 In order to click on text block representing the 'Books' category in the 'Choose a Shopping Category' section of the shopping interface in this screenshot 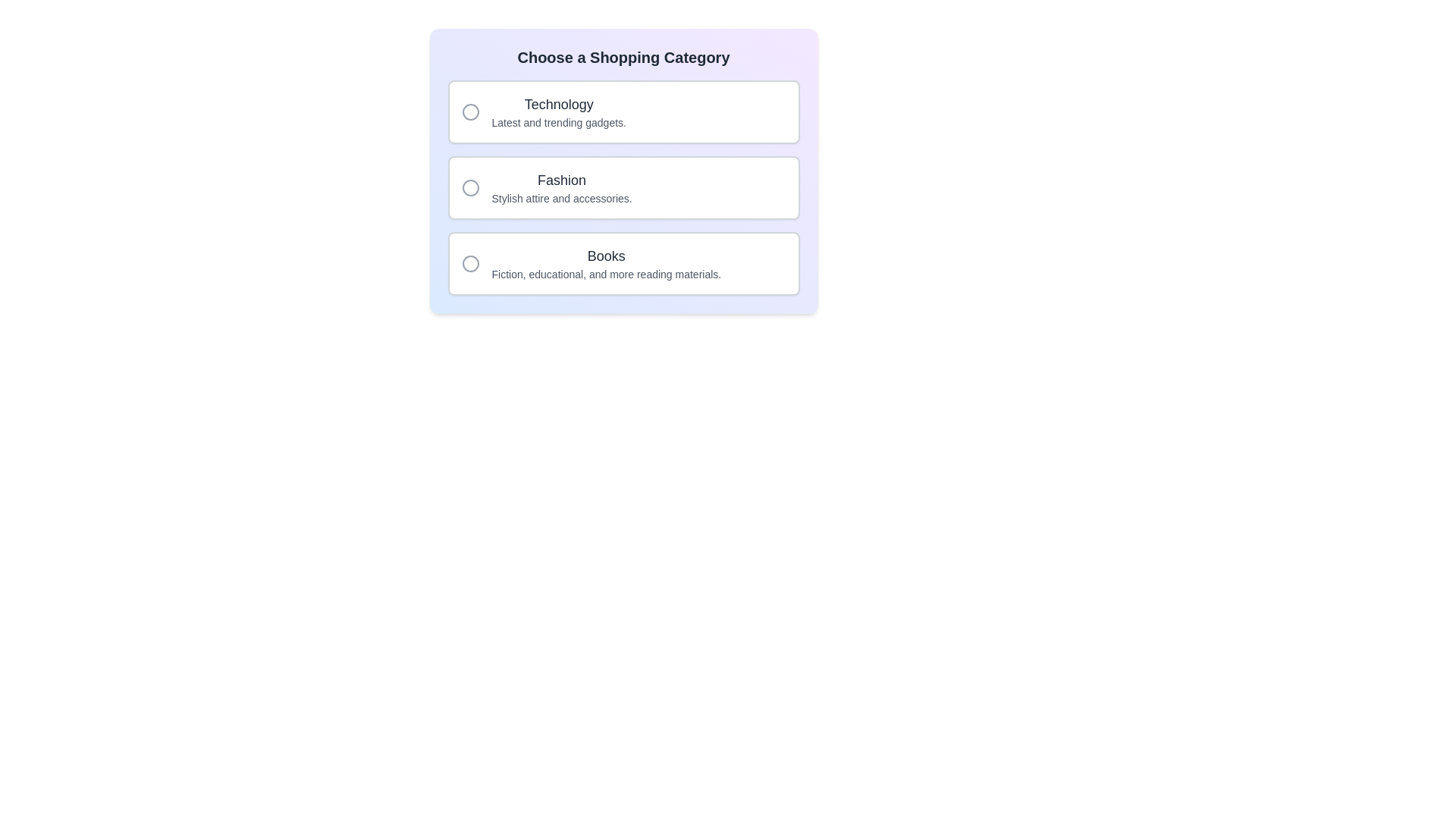, I will do `click(605, 262)`.